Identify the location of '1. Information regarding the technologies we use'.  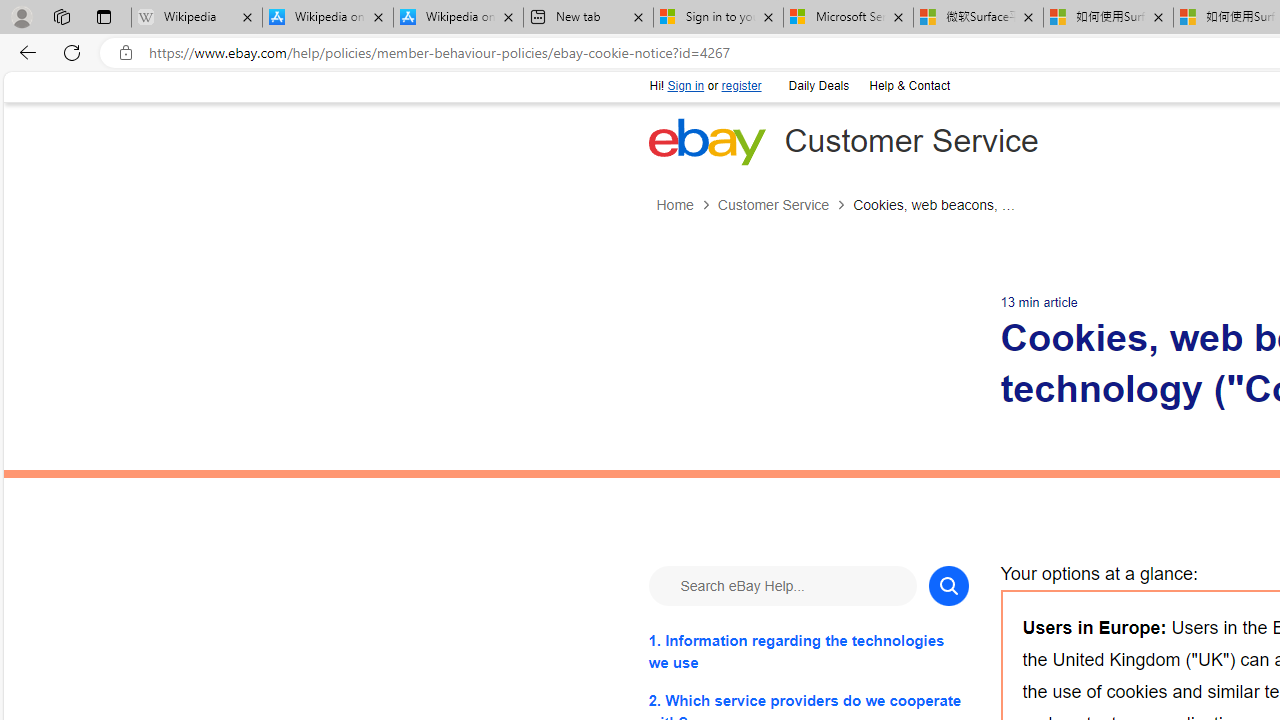
(808, 651).